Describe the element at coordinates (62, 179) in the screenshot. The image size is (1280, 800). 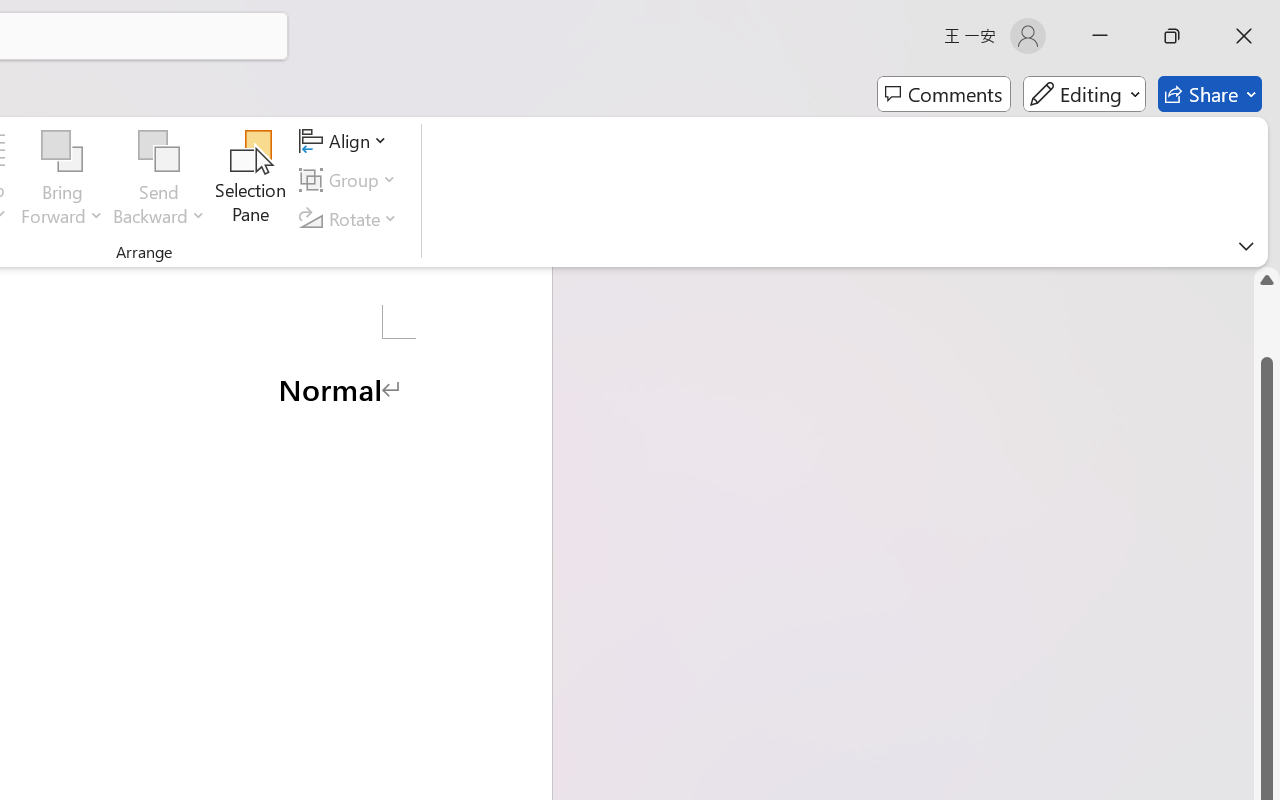
I see `'Bring Forward'` at that location.